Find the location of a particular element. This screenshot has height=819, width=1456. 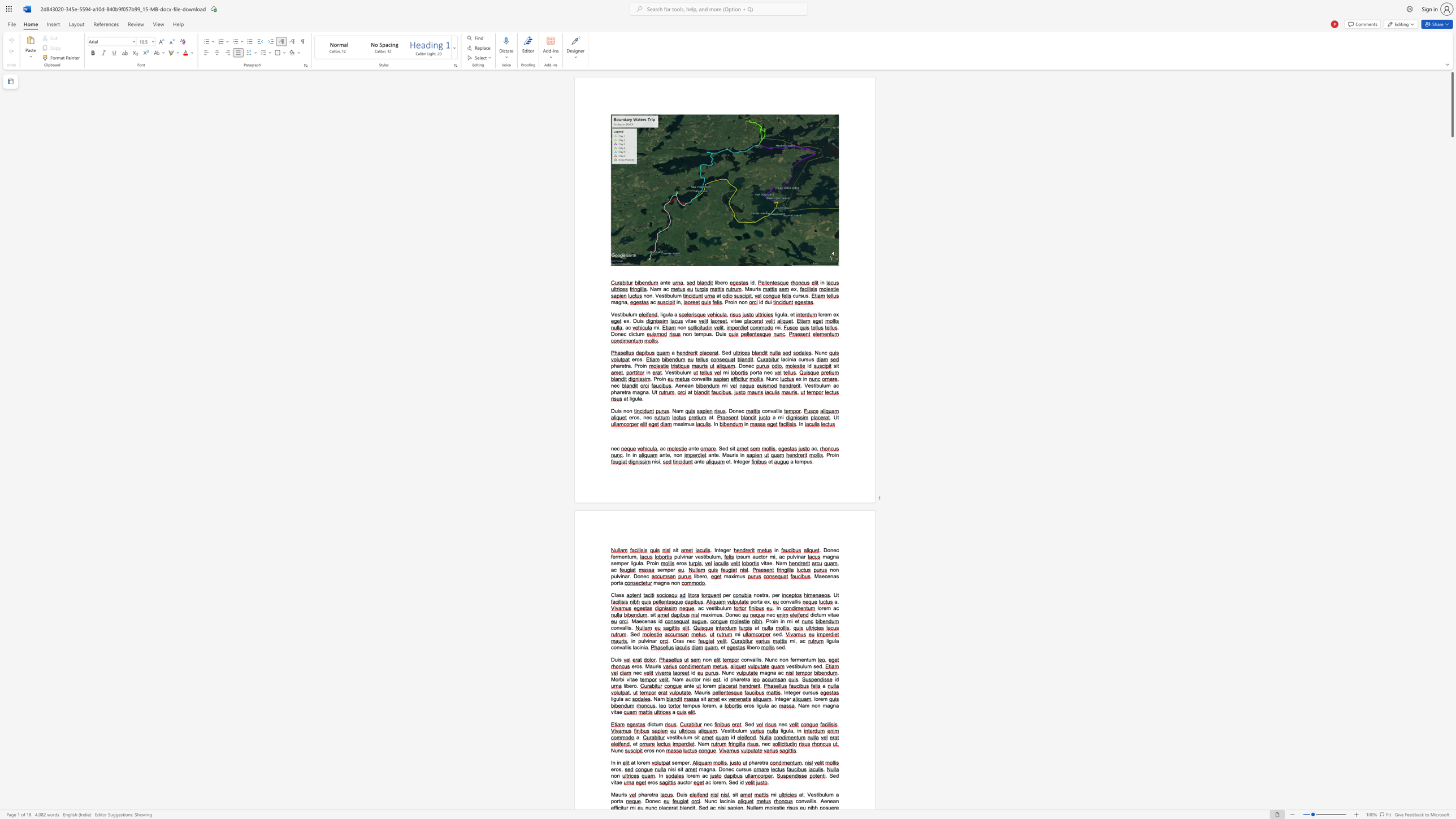

the 1th character "m" in the text is located at coordinates (641, 333).